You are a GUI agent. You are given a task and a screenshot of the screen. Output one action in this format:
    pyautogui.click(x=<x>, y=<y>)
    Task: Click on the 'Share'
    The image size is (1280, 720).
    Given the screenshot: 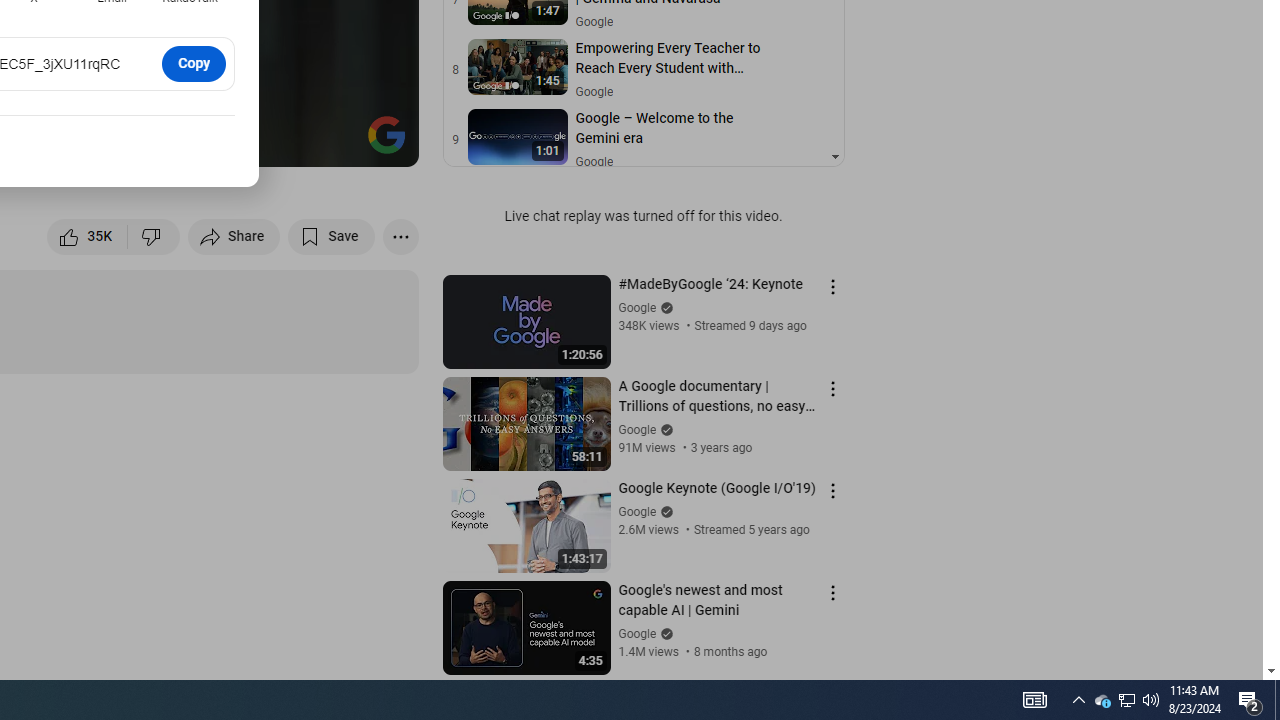 What is the action you would take?
    pyautogui.click(x=234, y=235)
    